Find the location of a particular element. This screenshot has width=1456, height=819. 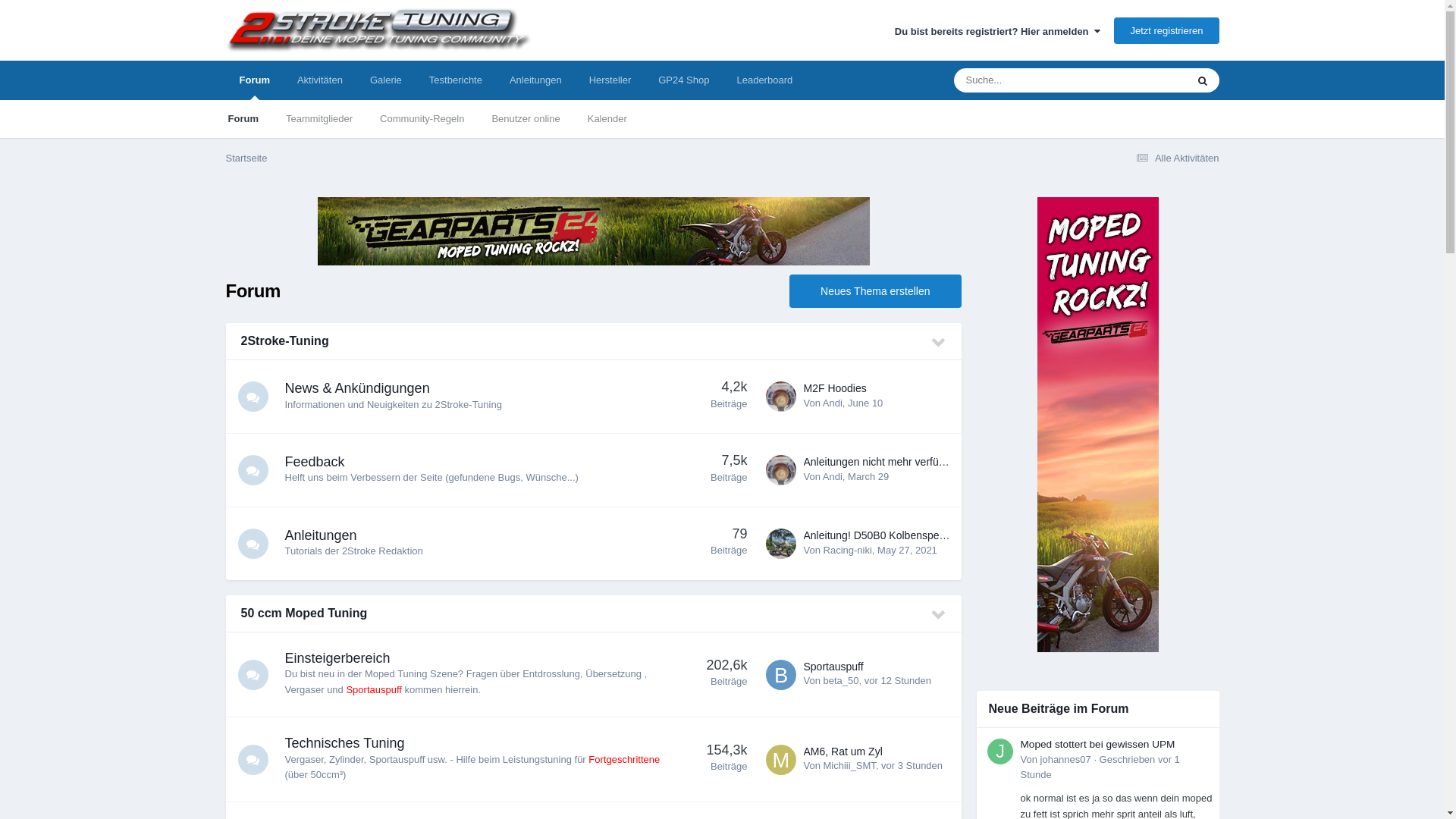

'2Stroke-Tuning' is located at coordinates (284, 340).